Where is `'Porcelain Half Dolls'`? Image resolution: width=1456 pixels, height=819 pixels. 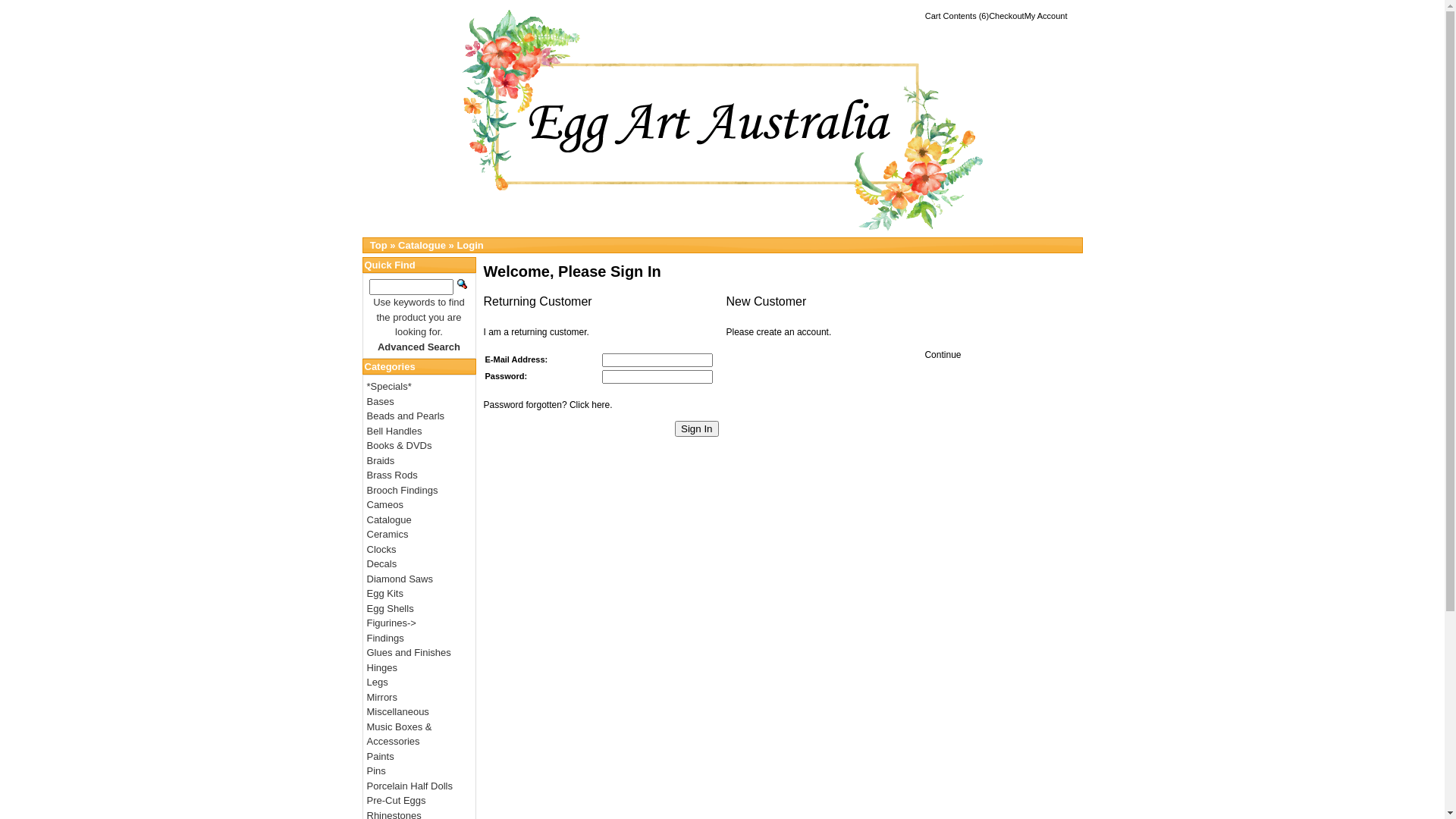 'Porcelain Half Dolls' is located at coordinates (367, 785).